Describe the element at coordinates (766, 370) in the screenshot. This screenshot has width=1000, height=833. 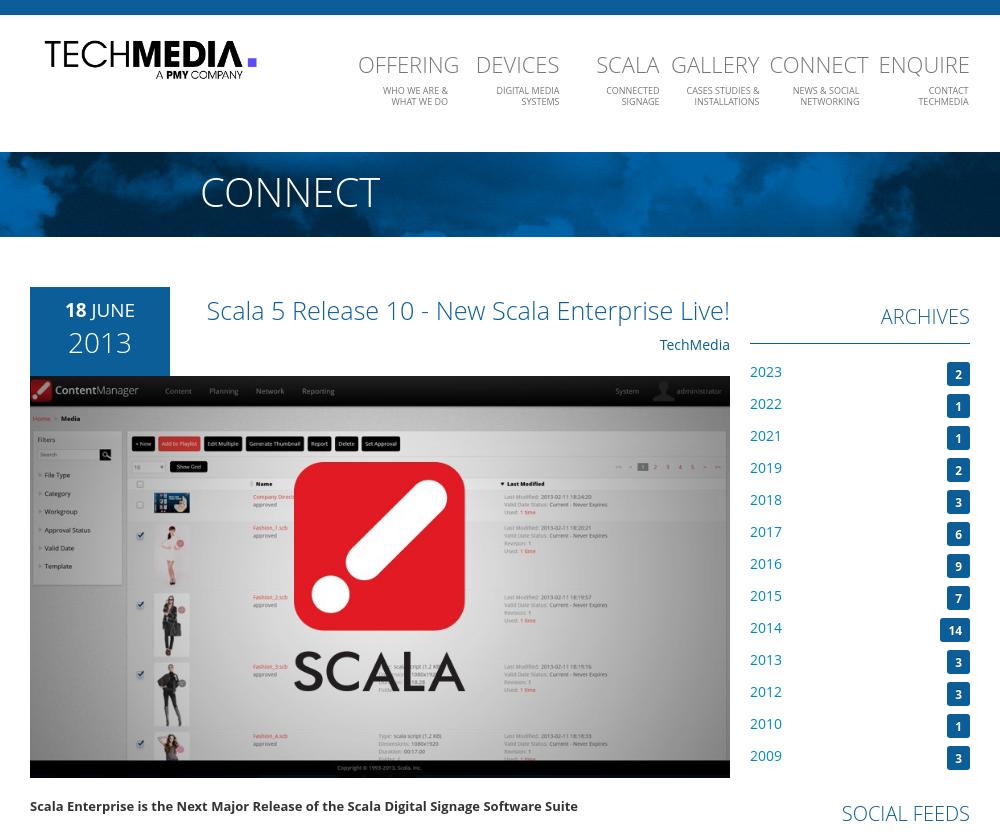
I see `'2023'` at that location.